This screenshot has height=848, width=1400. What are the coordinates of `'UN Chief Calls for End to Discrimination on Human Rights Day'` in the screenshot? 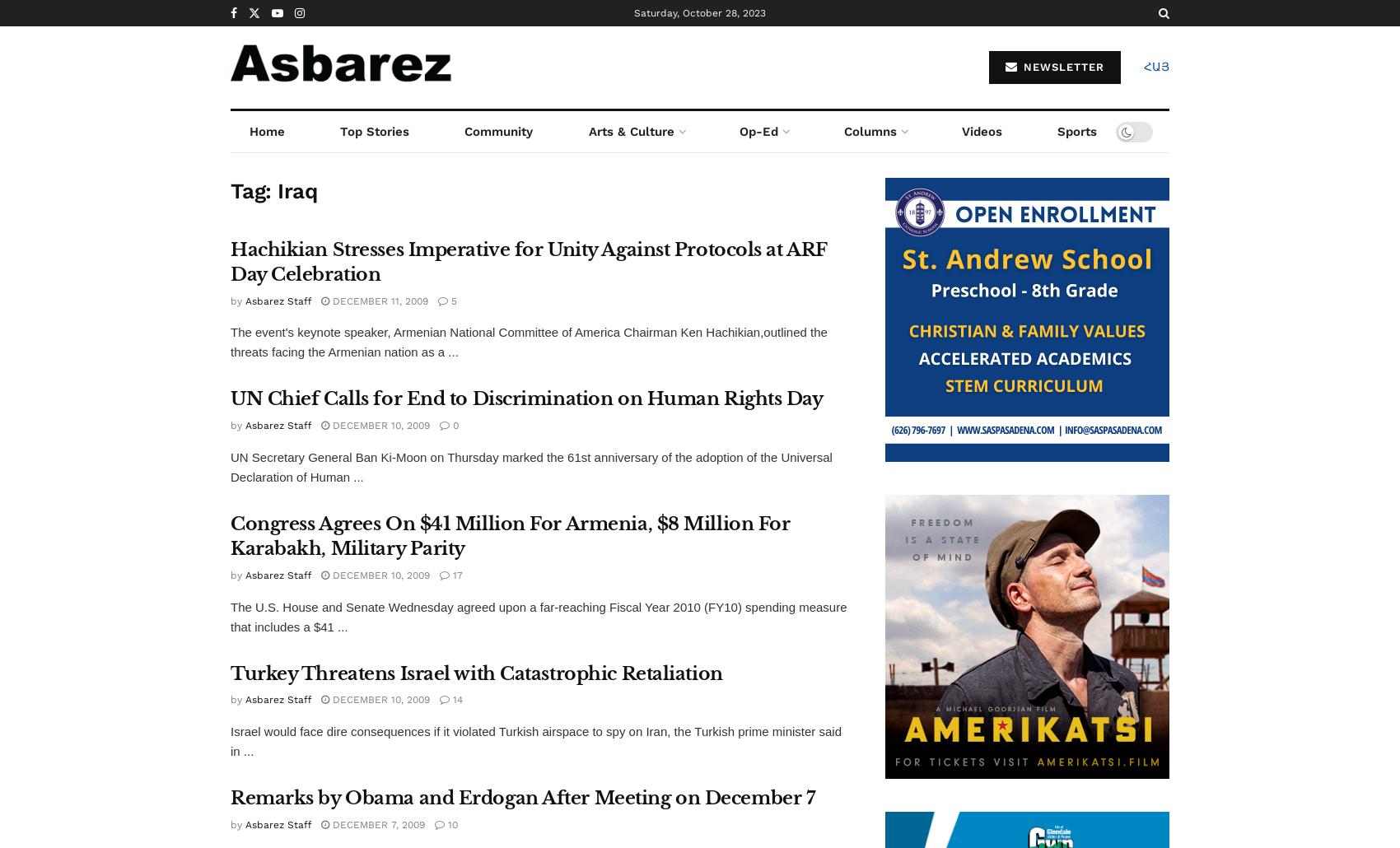 It's located at (526, 398).